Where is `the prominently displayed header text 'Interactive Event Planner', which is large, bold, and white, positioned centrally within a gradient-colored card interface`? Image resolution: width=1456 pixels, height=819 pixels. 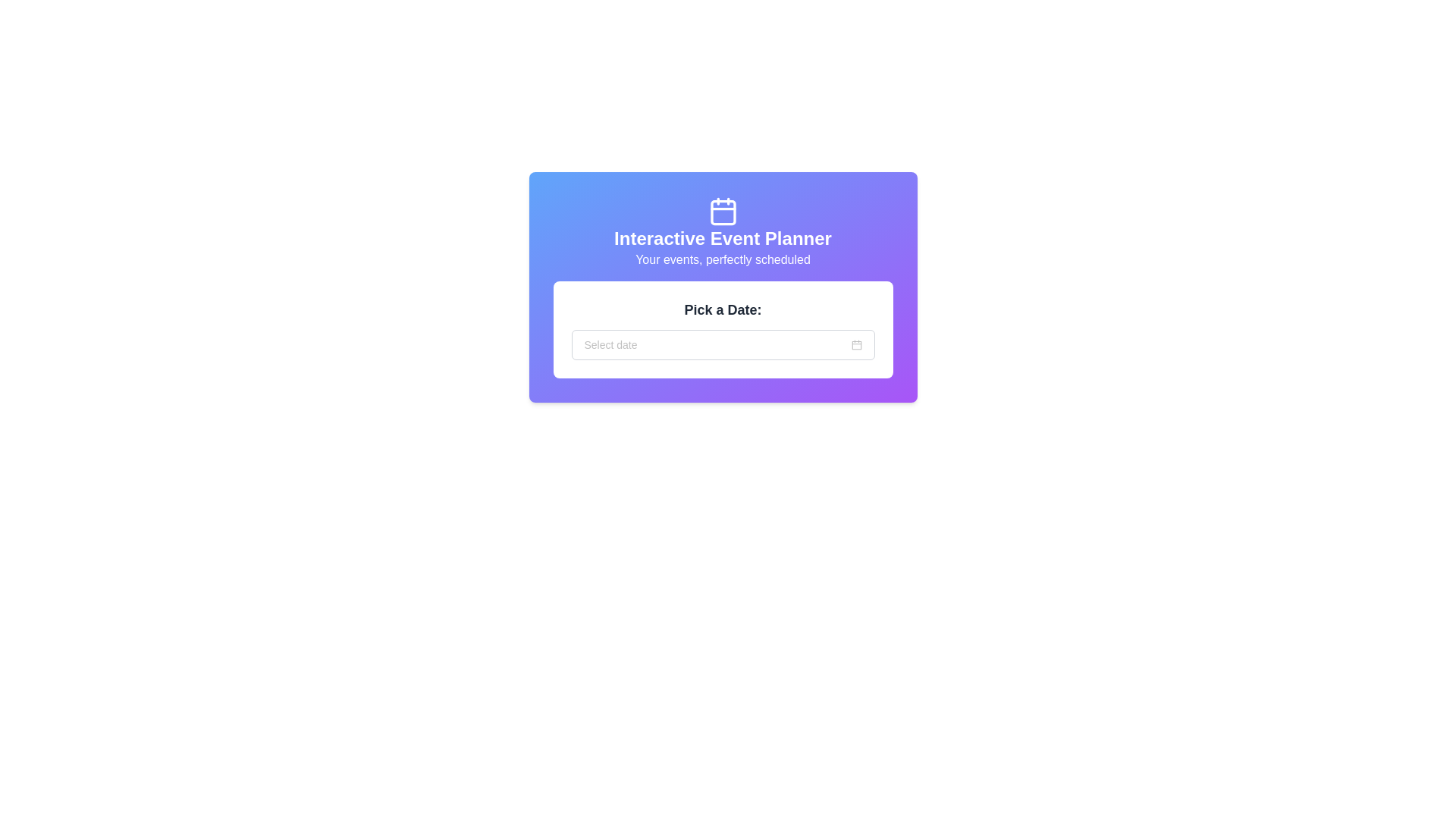
the prominently displayed header text 'Interactive Event Planner', which is large, bold, and white, positioned centrally within a gradient-colored card interface is located at coordinates (722, 239).